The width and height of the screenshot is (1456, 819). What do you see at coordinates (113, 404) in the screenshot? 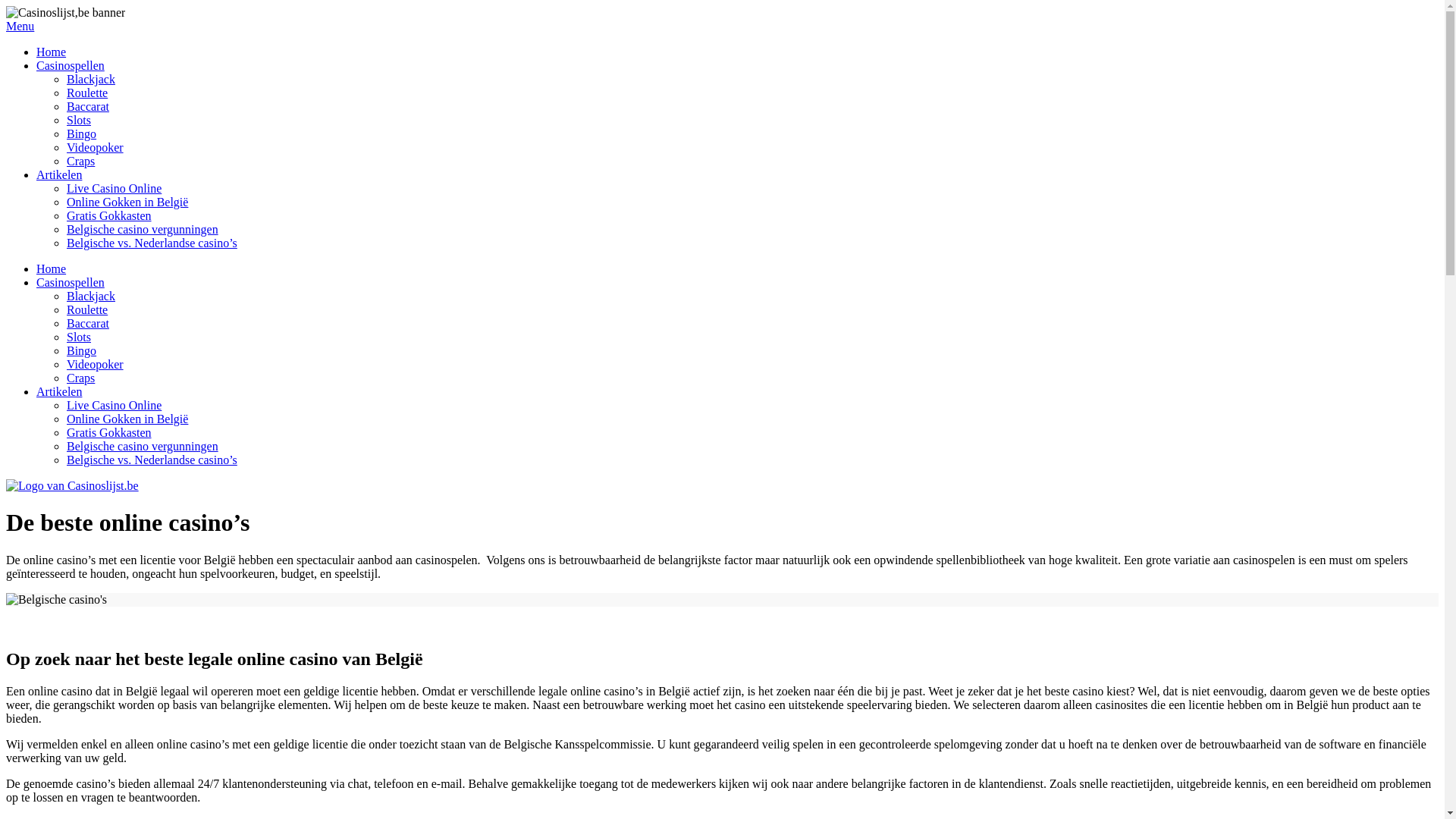
I see `'Live Casino Online'` at bounding box center [113, 404].